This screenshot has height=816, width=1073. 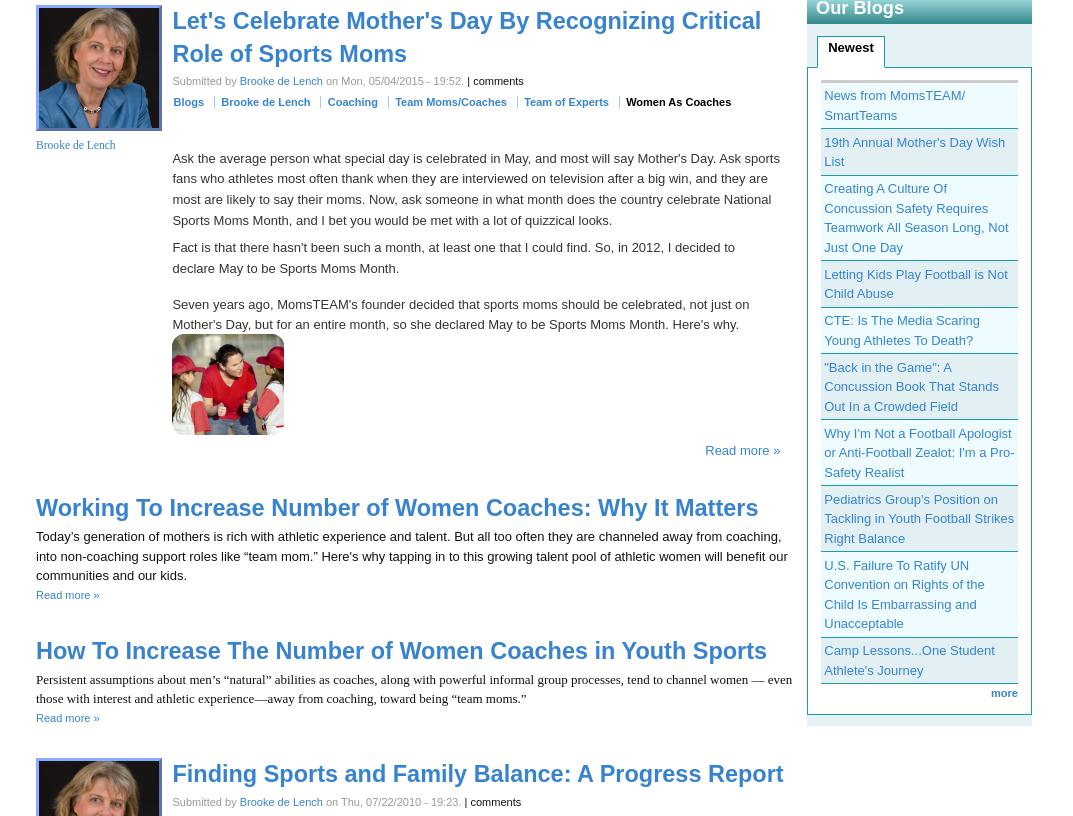 I want to click on 'Creating A Culture Of Concussion Safety Requires Teamwork All Season Long, Not Just One Day', so click(x=823, y=216).